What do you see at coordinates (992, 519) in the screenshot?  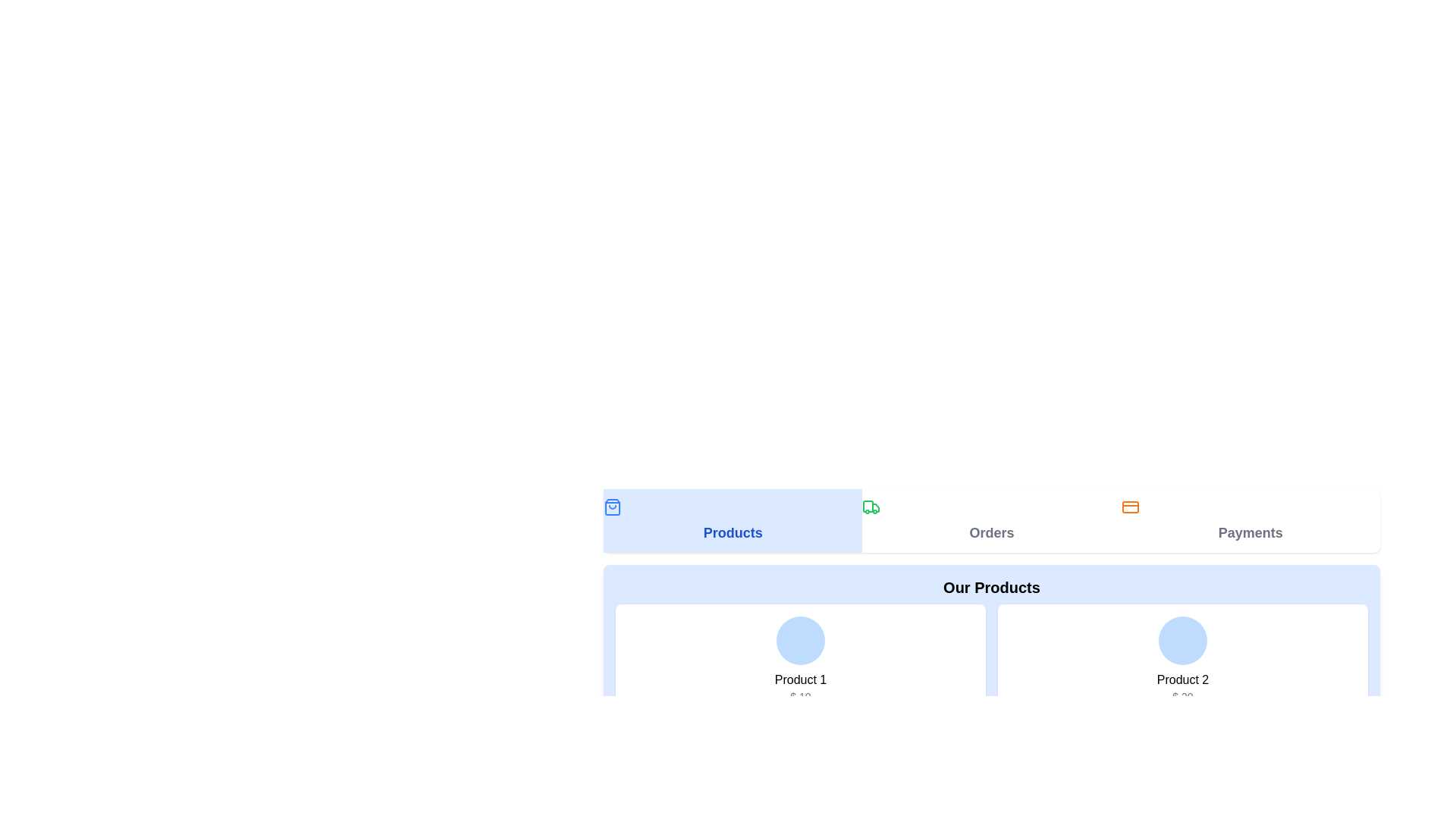 I see `the 'Orders' tab in the Navigation bar` at bounding box center [992, 519].